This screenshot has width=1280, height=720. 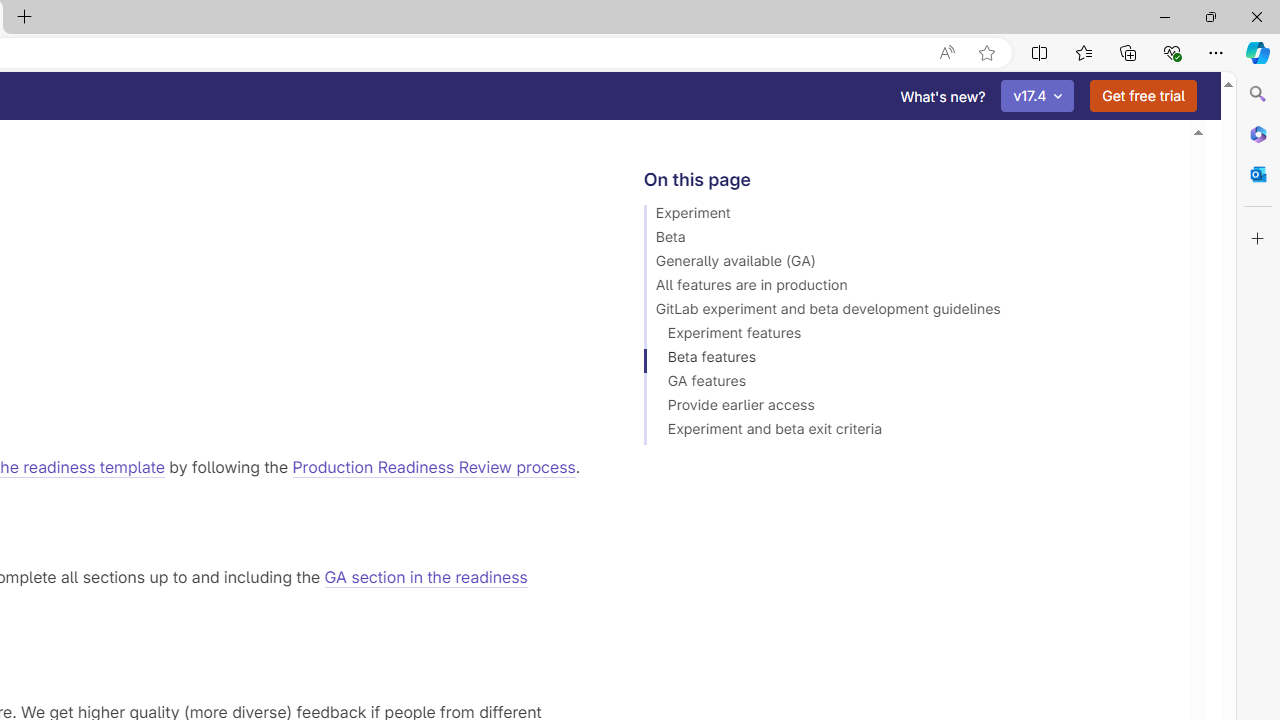 I want to click on 'Get free trial', so click(x=1143, y=96).